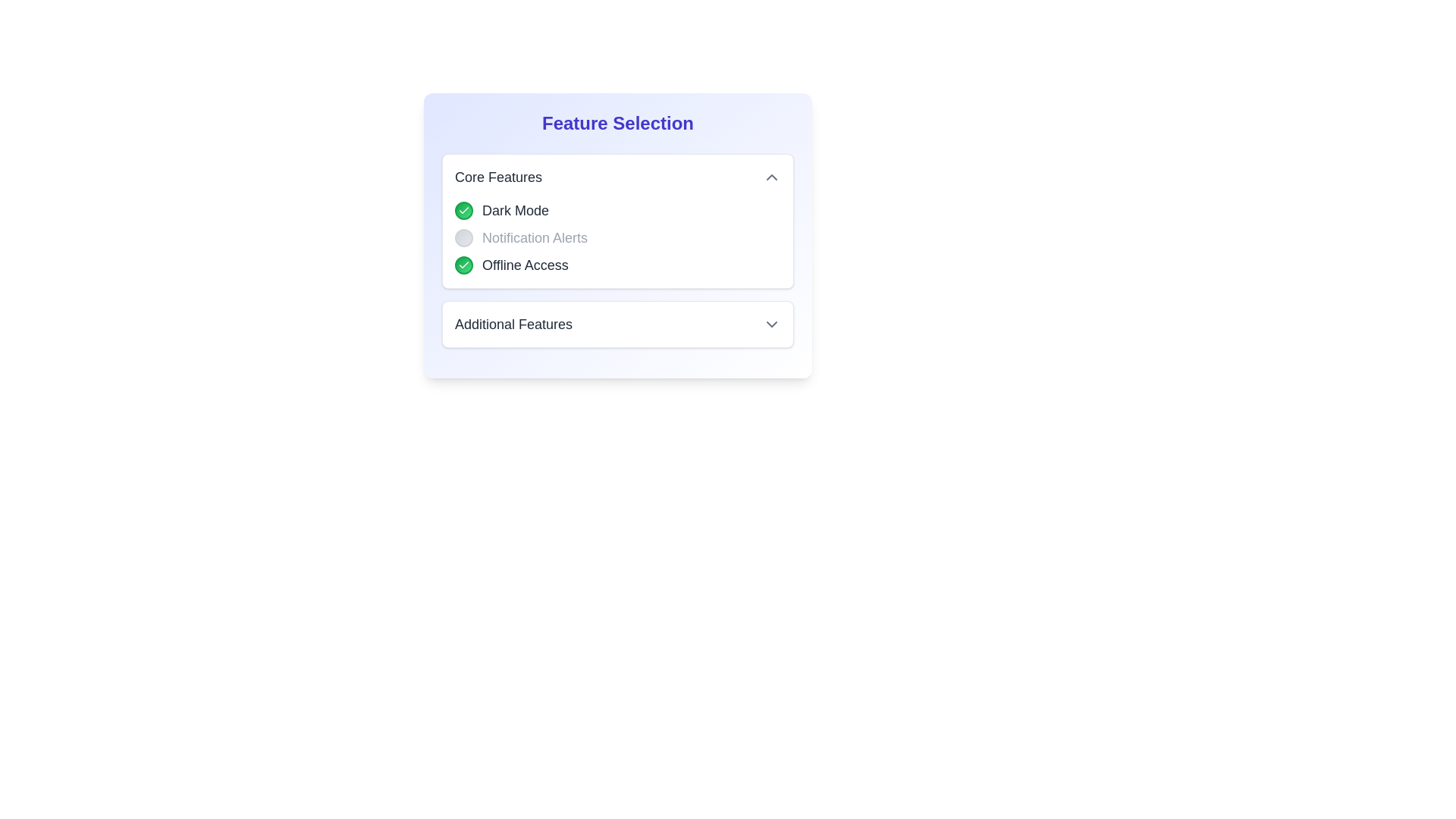  Describe the element at coordinates (463, 265) in the screenshot. I see `the check mark icon next to 'Offline Access'` at that location.